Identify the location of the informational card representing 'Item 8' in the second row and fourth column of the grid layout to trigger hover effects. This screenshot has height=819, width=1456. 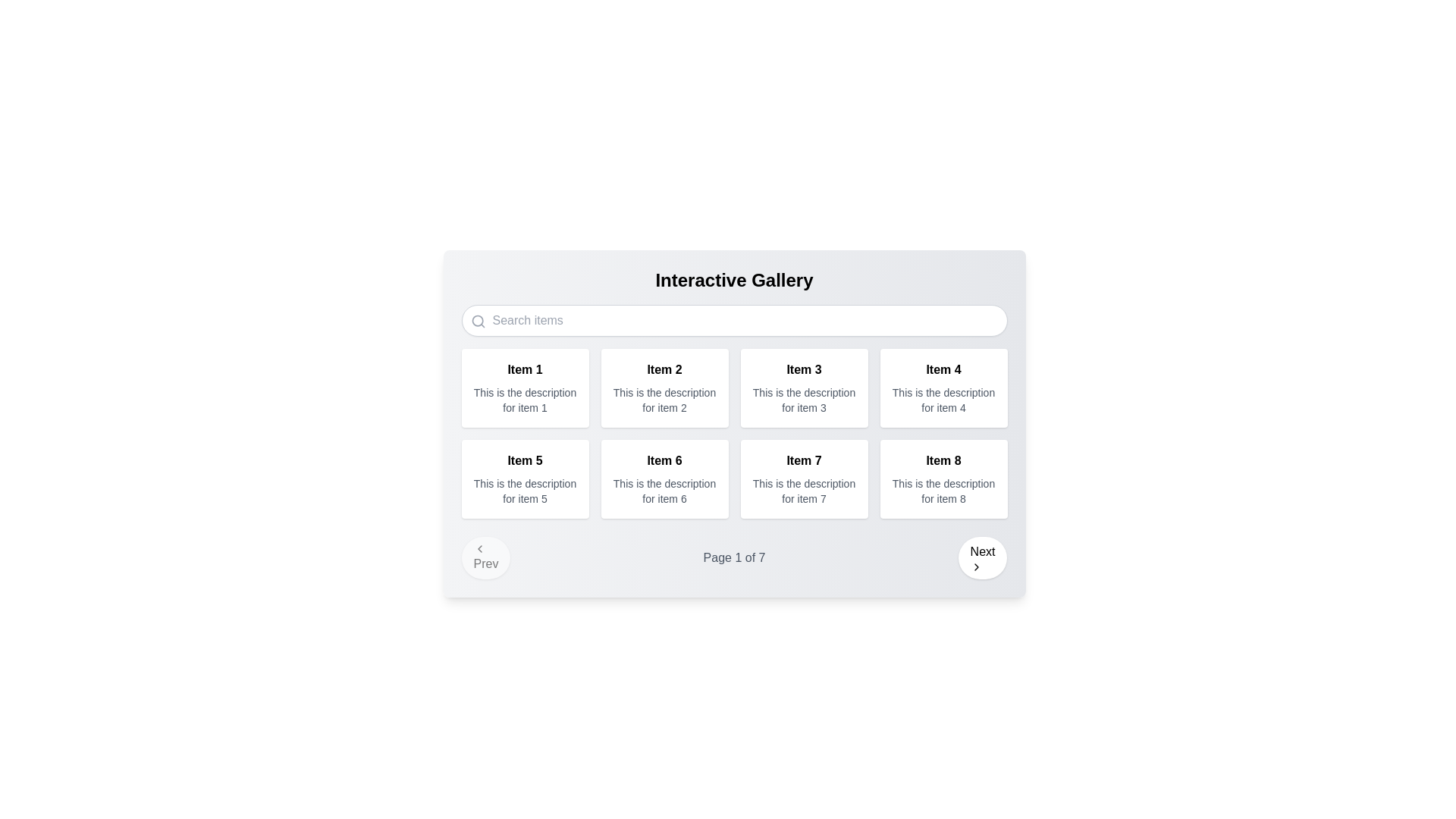
(943, 479).